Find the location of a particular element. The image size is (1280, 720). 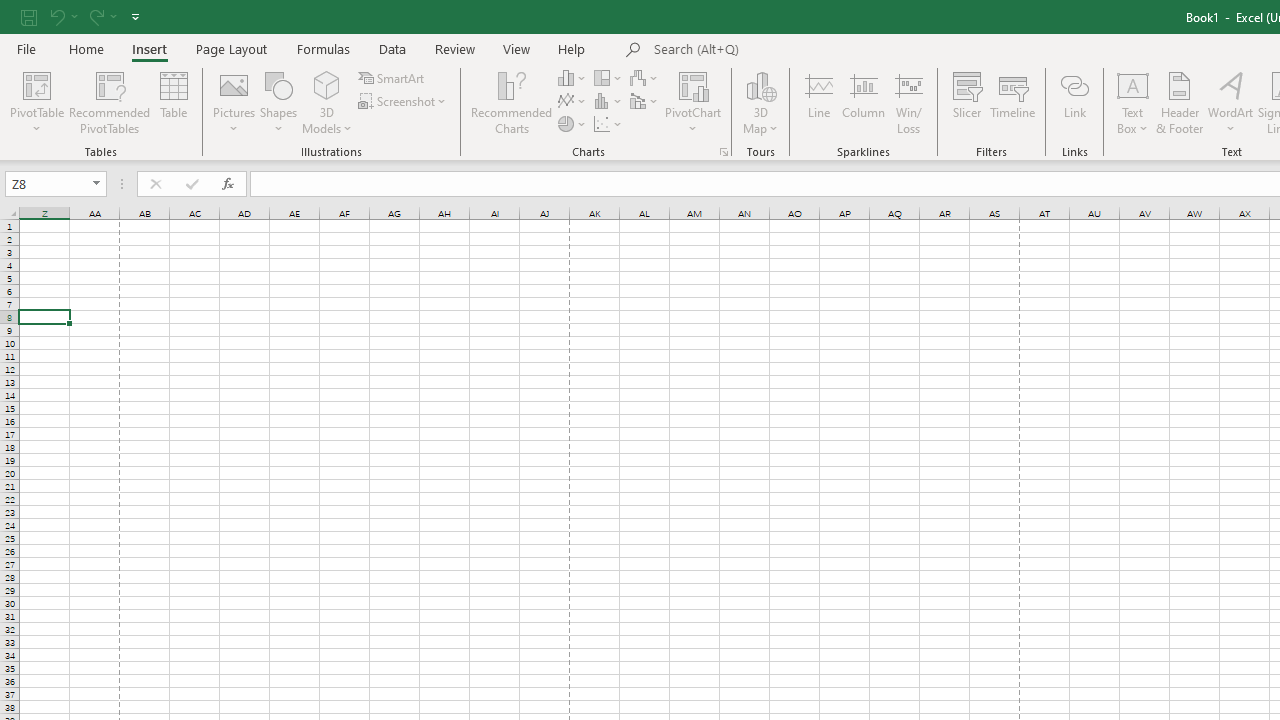

'Insert Column or Bar Chart' is located at coordinates (572, 77).